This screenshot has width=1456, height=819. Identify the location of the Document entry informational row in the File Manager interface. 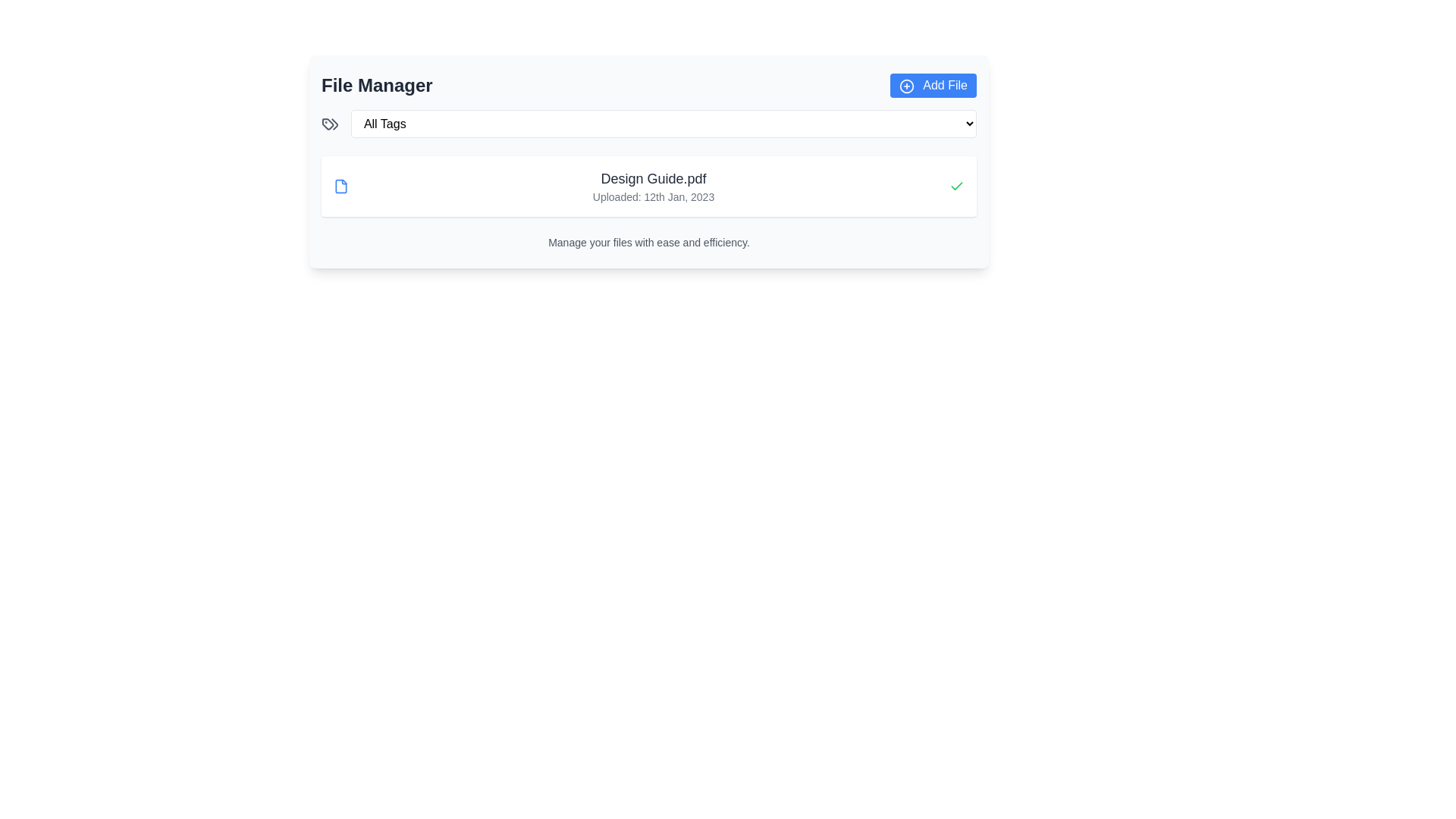
(648, 186).